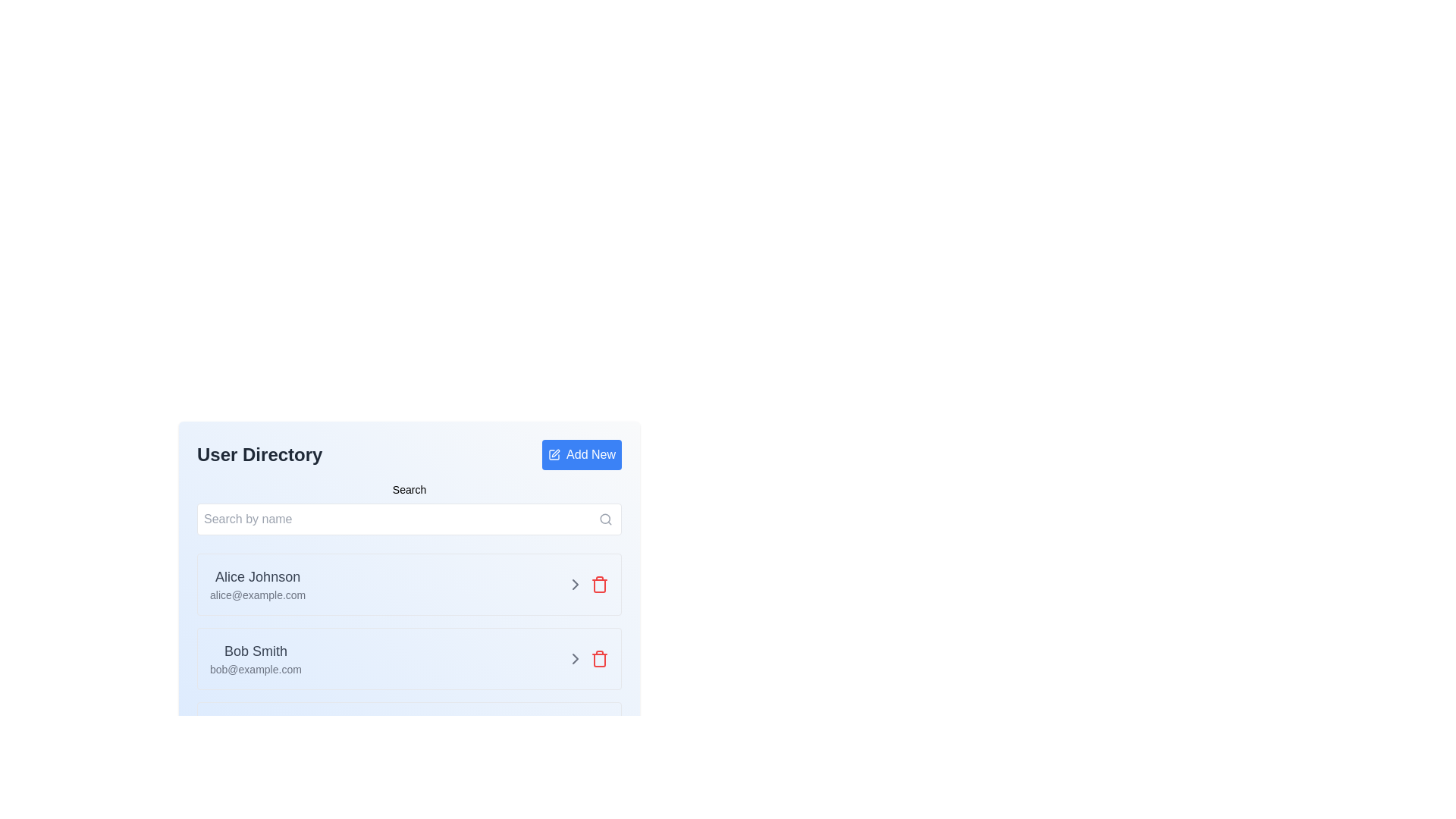 This screenshot has height=819, width=1456. Describe the element at coordinates (258, 595) in the screenshot. I see `the text label 'alice@example.com', which is styled in a smaller gray font and positioned directly beneath 'Alice Johnson' in the user entry section` at that location.